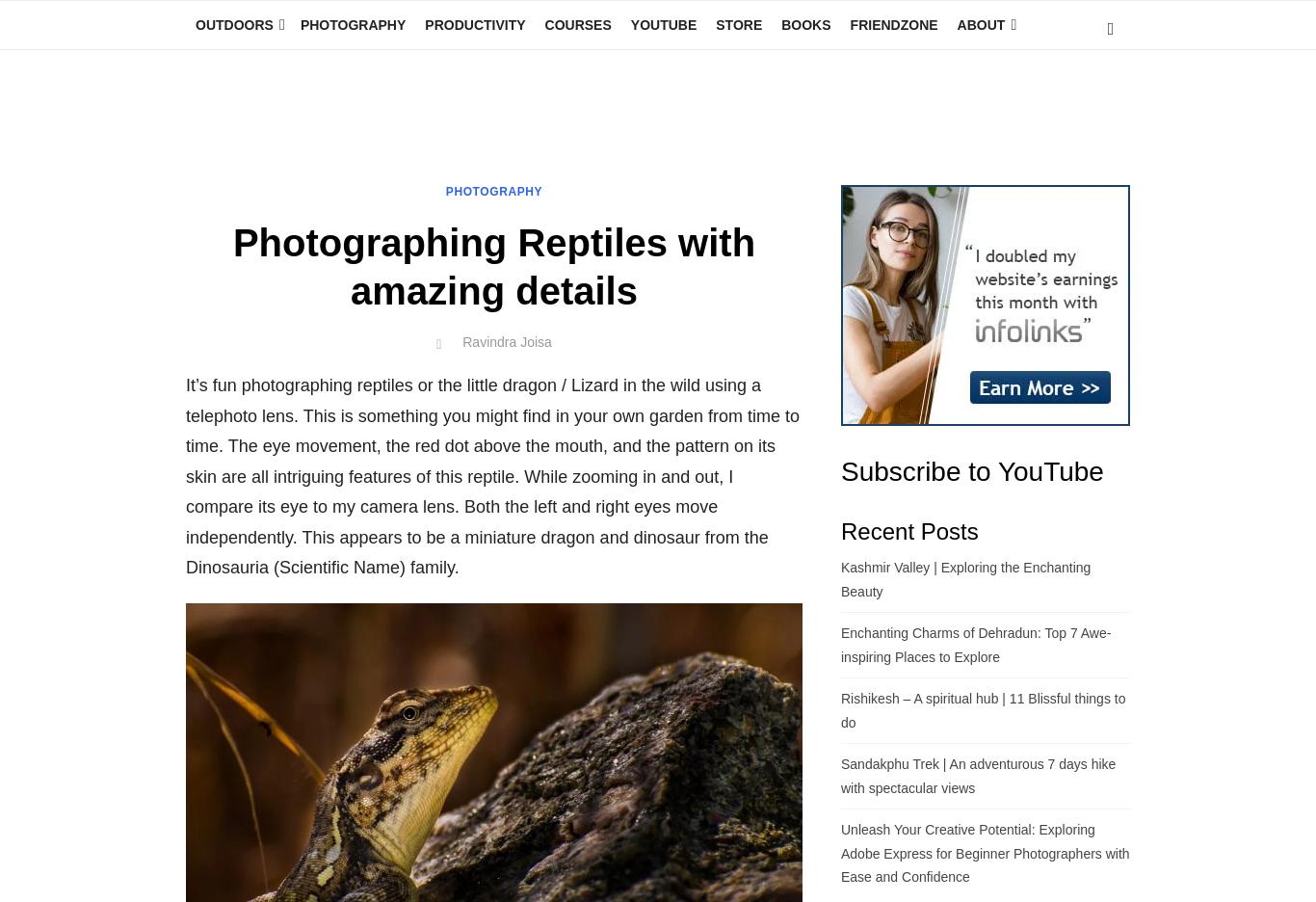 The width and height of the screenshot is (1316, 902). Describe the element at coordinates (234, 24) in the screenshot. I see `'Outdoors'` at that location.